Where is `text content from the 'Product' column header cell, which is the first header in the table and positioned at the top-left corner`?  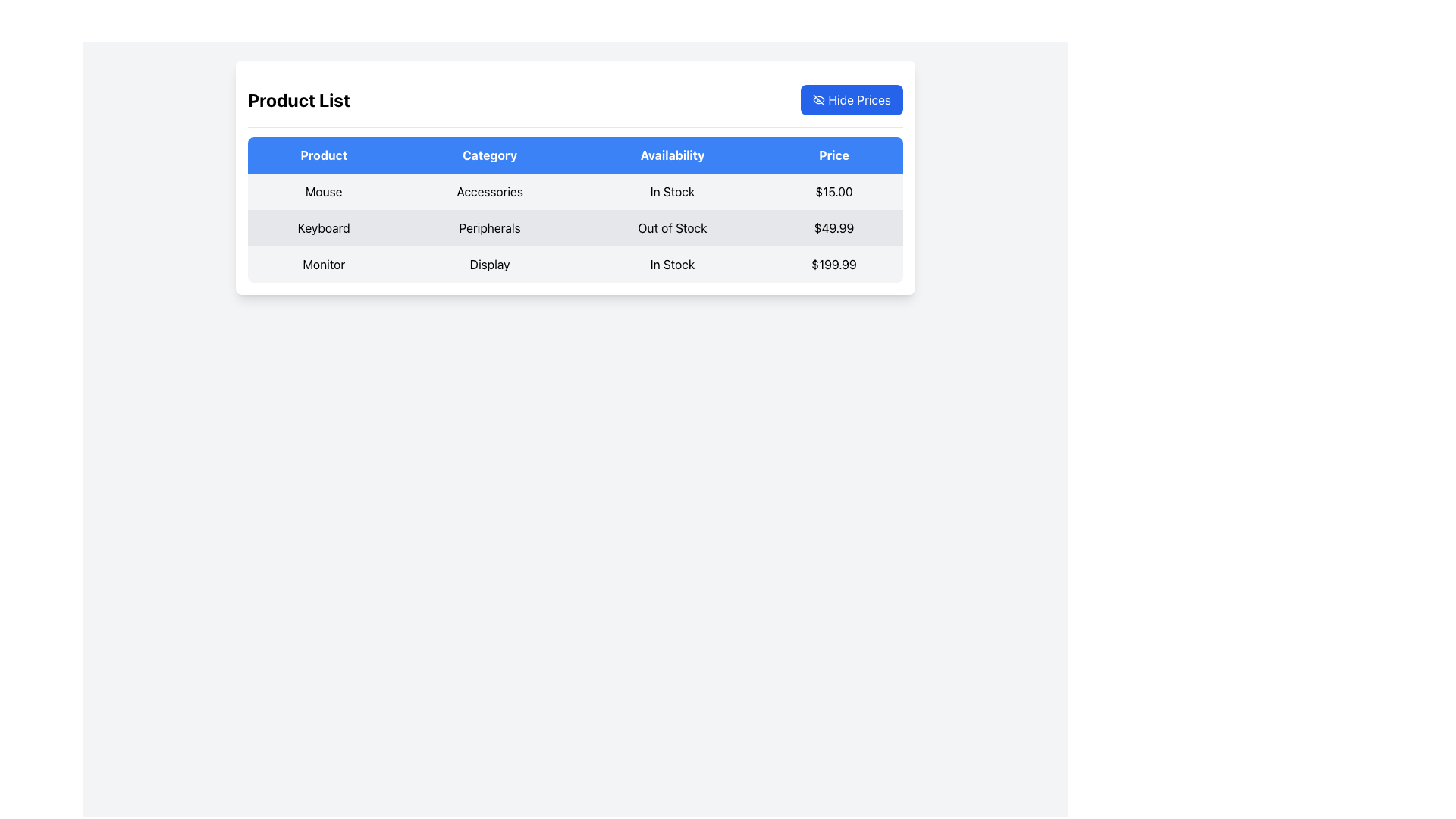 text content from the 'Product' column header cell, which is the first header in the table and positioned at the top-left corner is located at coordinates (323, 155).